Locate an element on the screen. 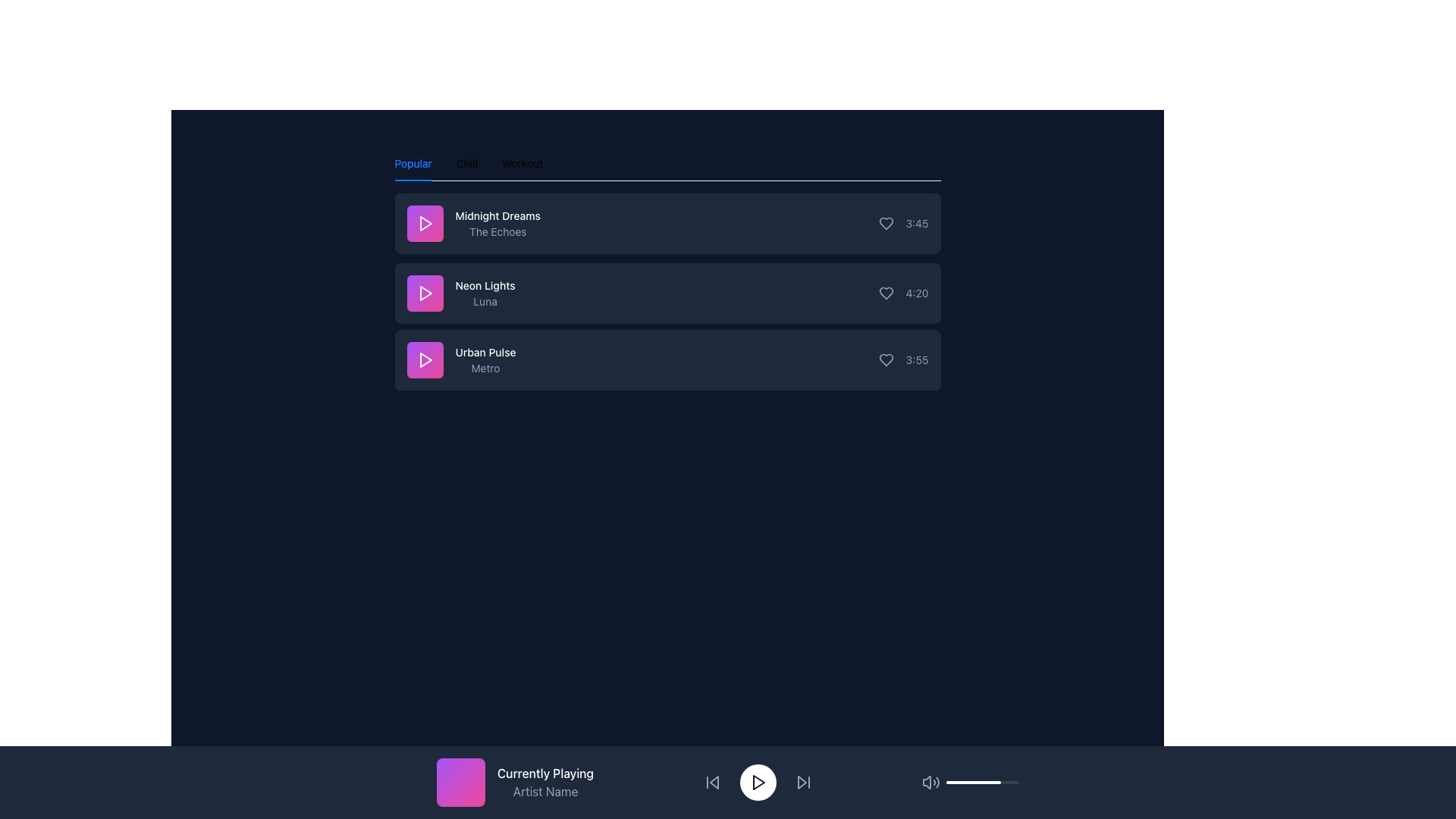 The image size is (1456, 819). the play button associated with the 'Urban Pulse' item is located at coordinates (425, 359).